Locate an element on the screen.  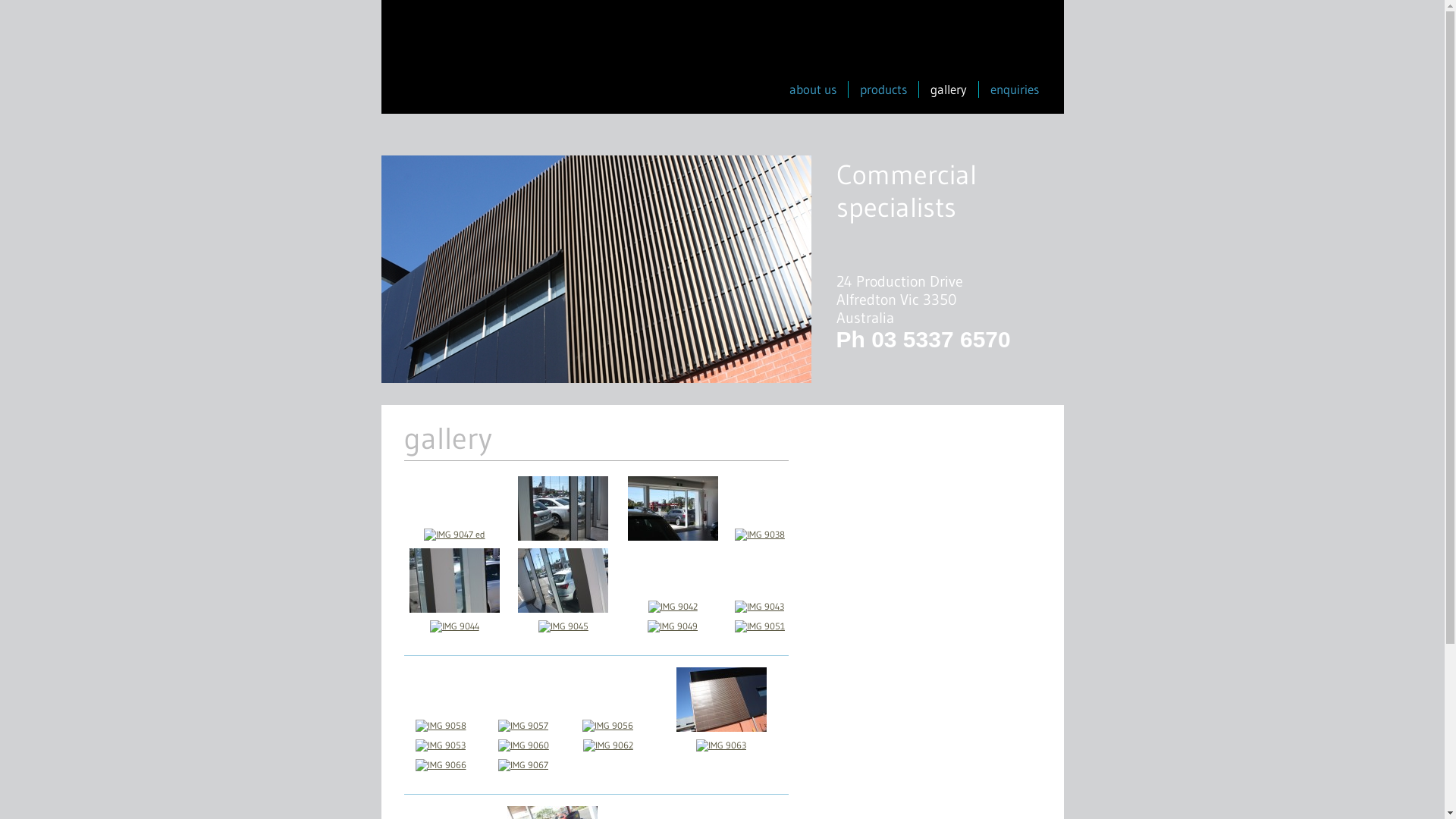
'IMG 9058' is located at coordinates (415, 725).